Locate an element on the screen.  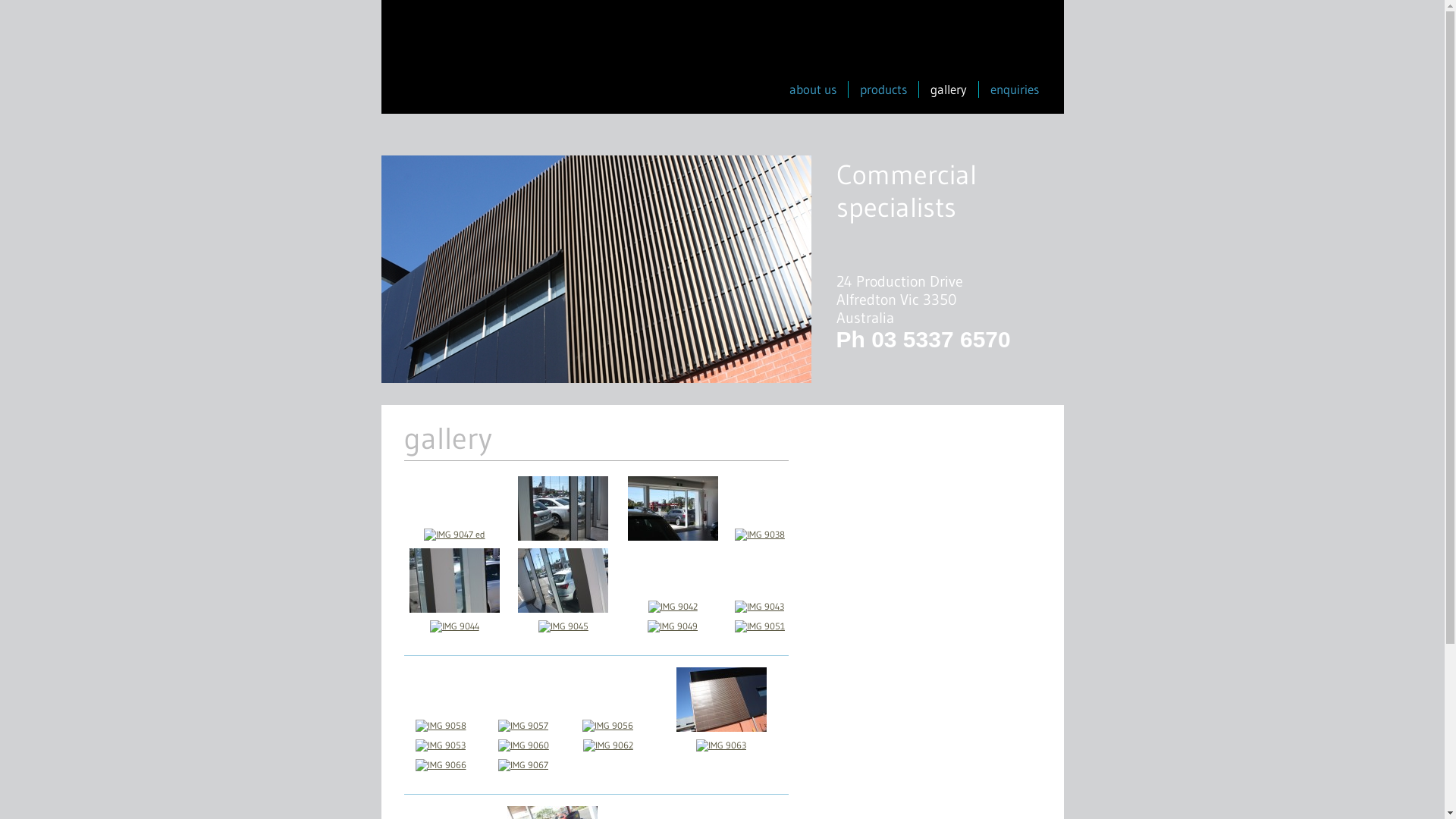
'IMG 9058' is located at coordinates (415, 725).